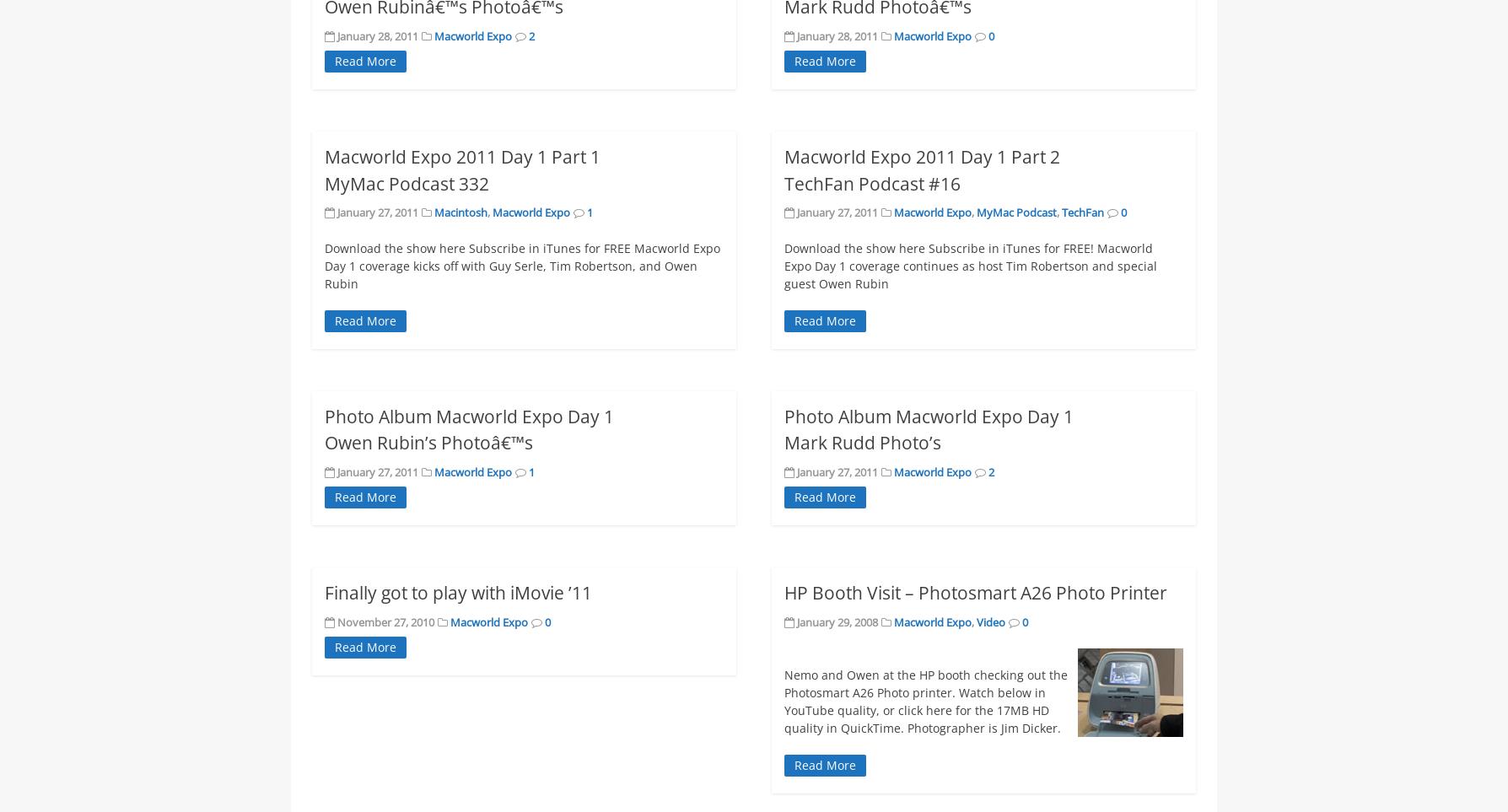  I want to click on 'November 27, 2010', so click(385, 620).